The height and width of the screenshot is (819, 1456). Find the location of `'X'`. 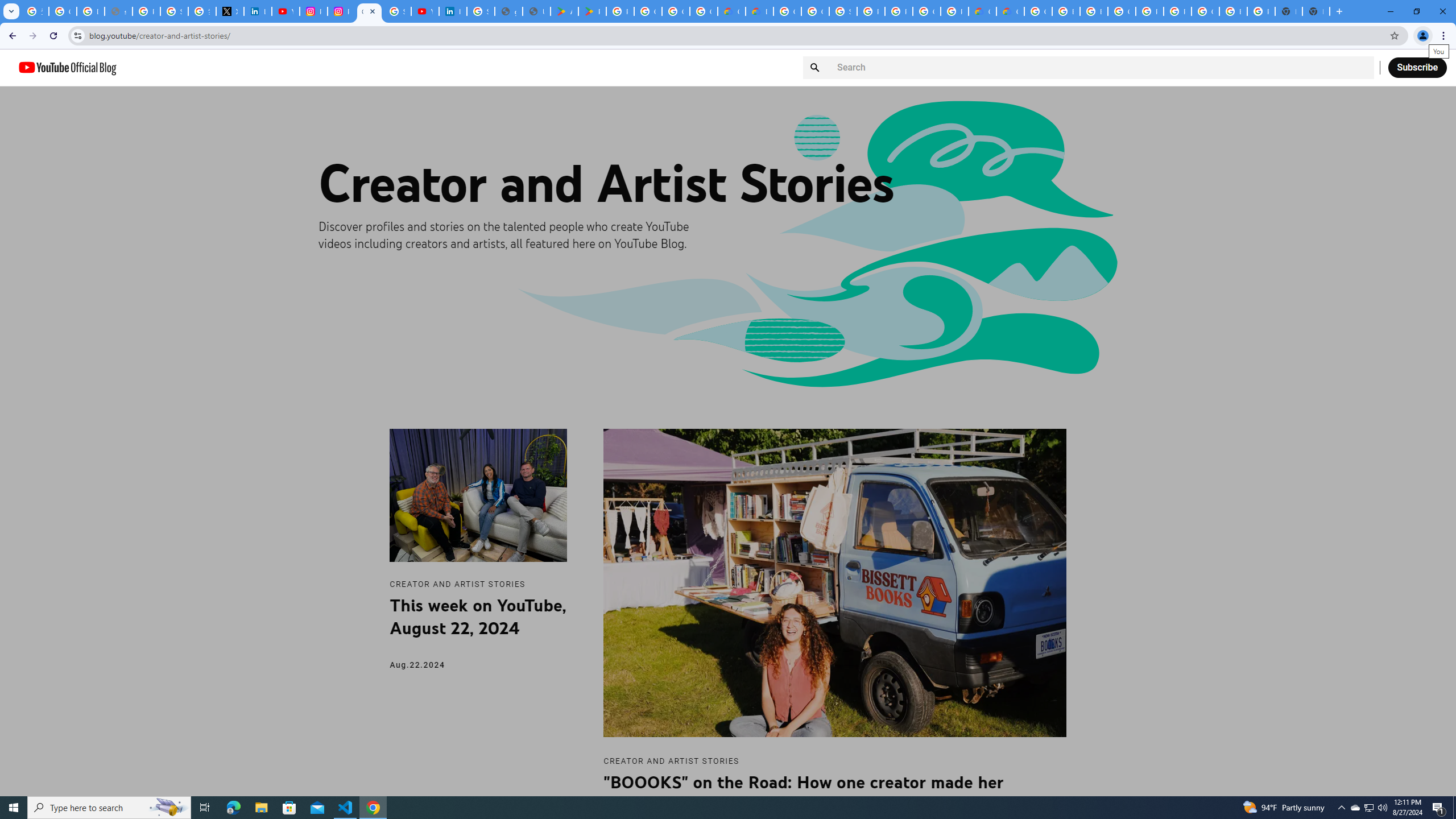

'X' is located at coordinates (229, 11).